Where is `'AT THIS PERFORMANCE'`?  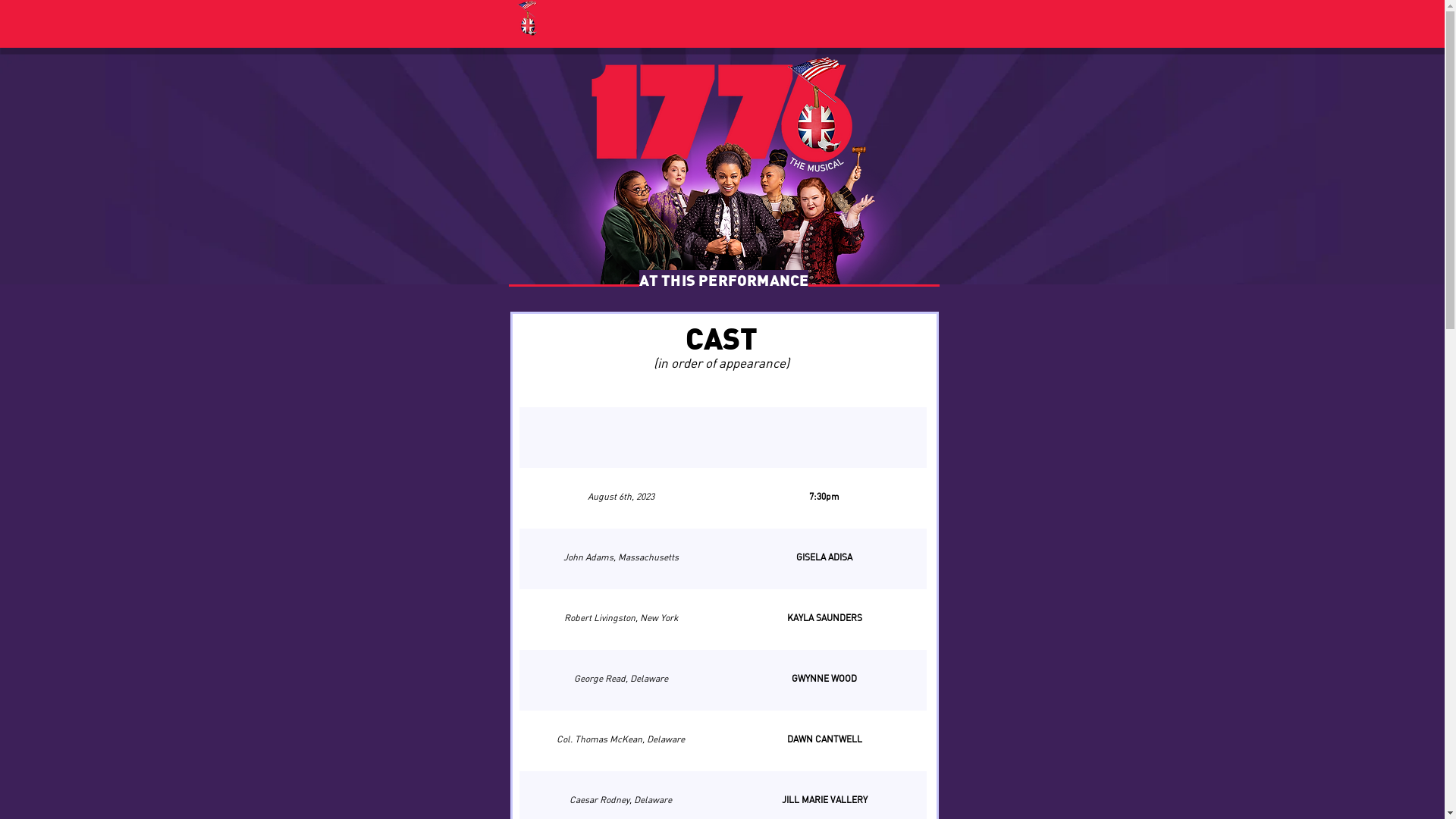 'AT THIS PERFORMANCE' is located at coordinates (723, 279).